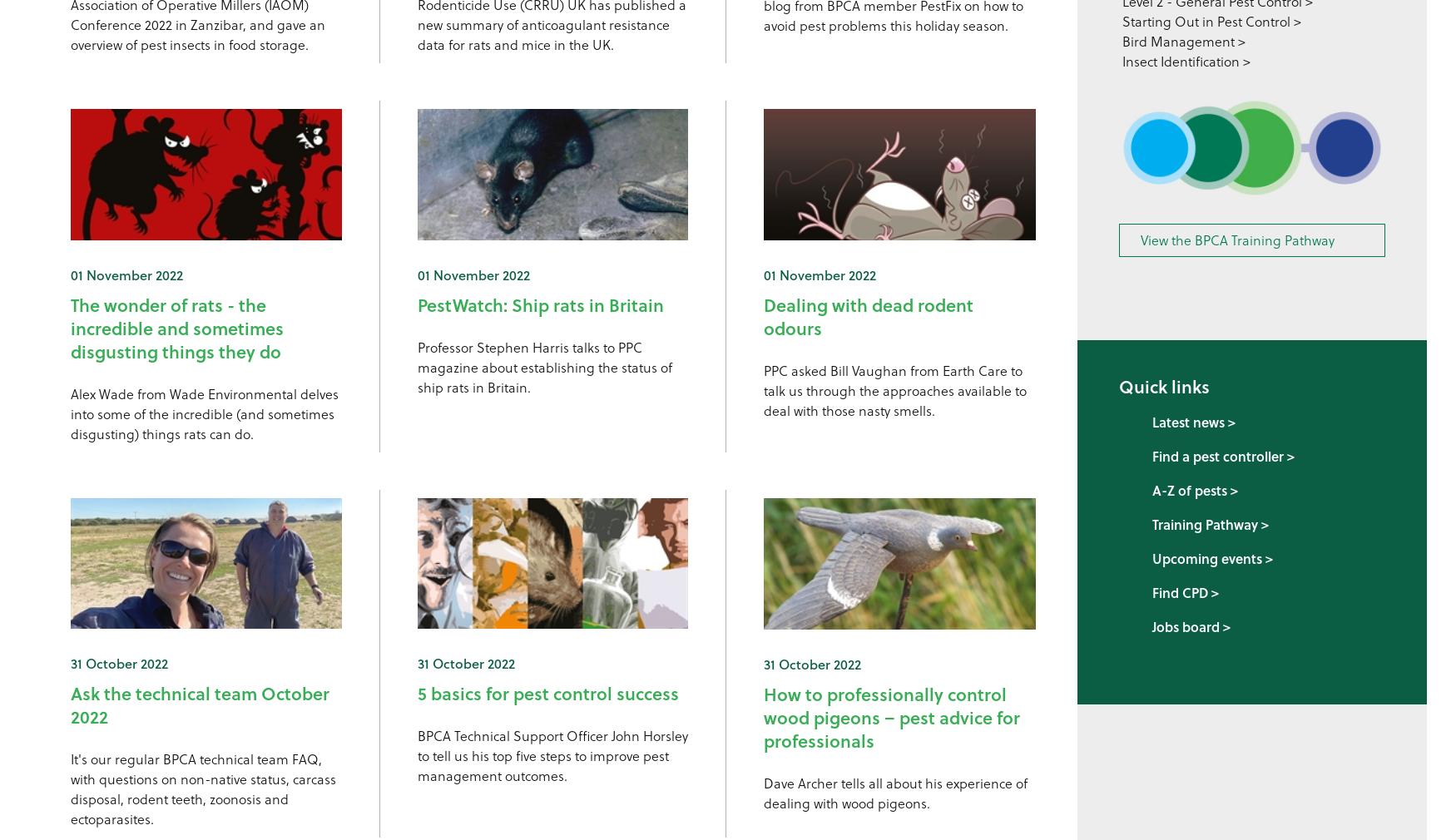 Image resolution: width=1456 pixels, height=840 pixels. I want to click on 'Dave Archer tells all about his experience of dealing with wood pigeons.', so click(895, 792).